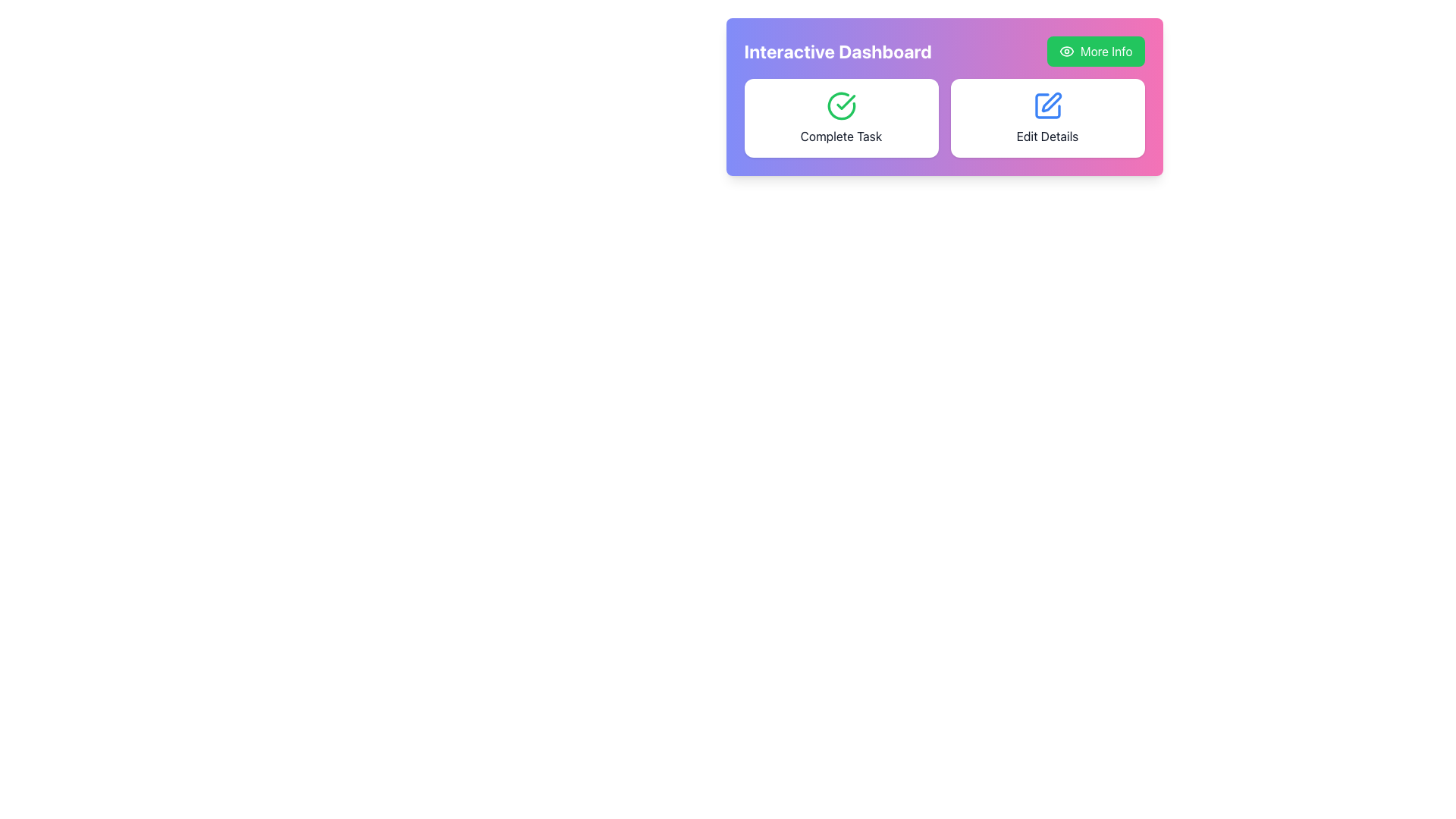 This screenshot has width=1456, height=819. Describe the element at coordinates (1046, 136) in the screenshot. I see `the text label displaying 'Edit Details' that is centered below the blue pen icon in the rightmost section of the two-section box component` at that location.